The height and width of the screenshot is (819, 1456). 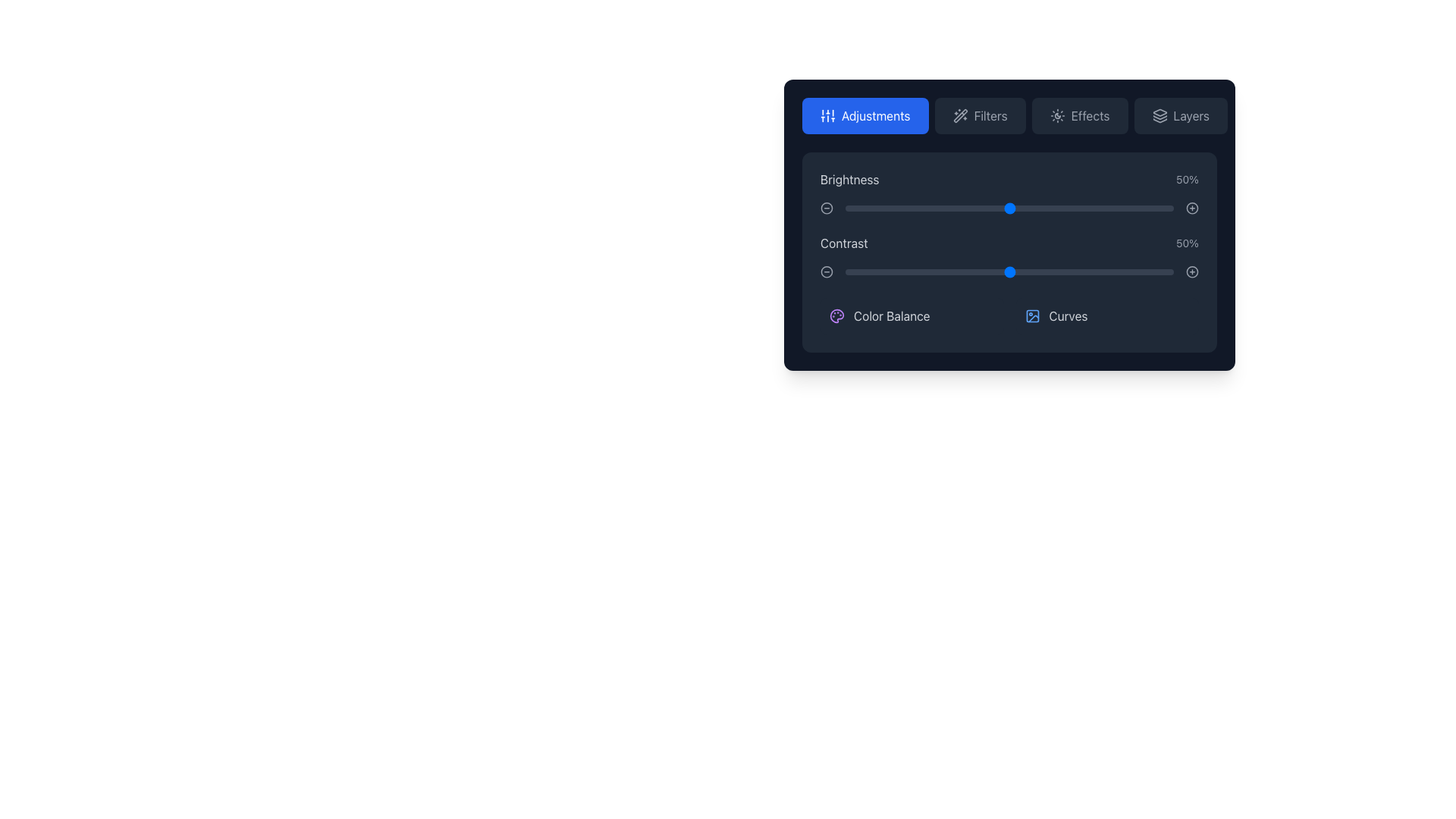 What do you see at coordinates (963, 208) in the screenshot?
I see `the brightness value` at bounding box center [963, 208].